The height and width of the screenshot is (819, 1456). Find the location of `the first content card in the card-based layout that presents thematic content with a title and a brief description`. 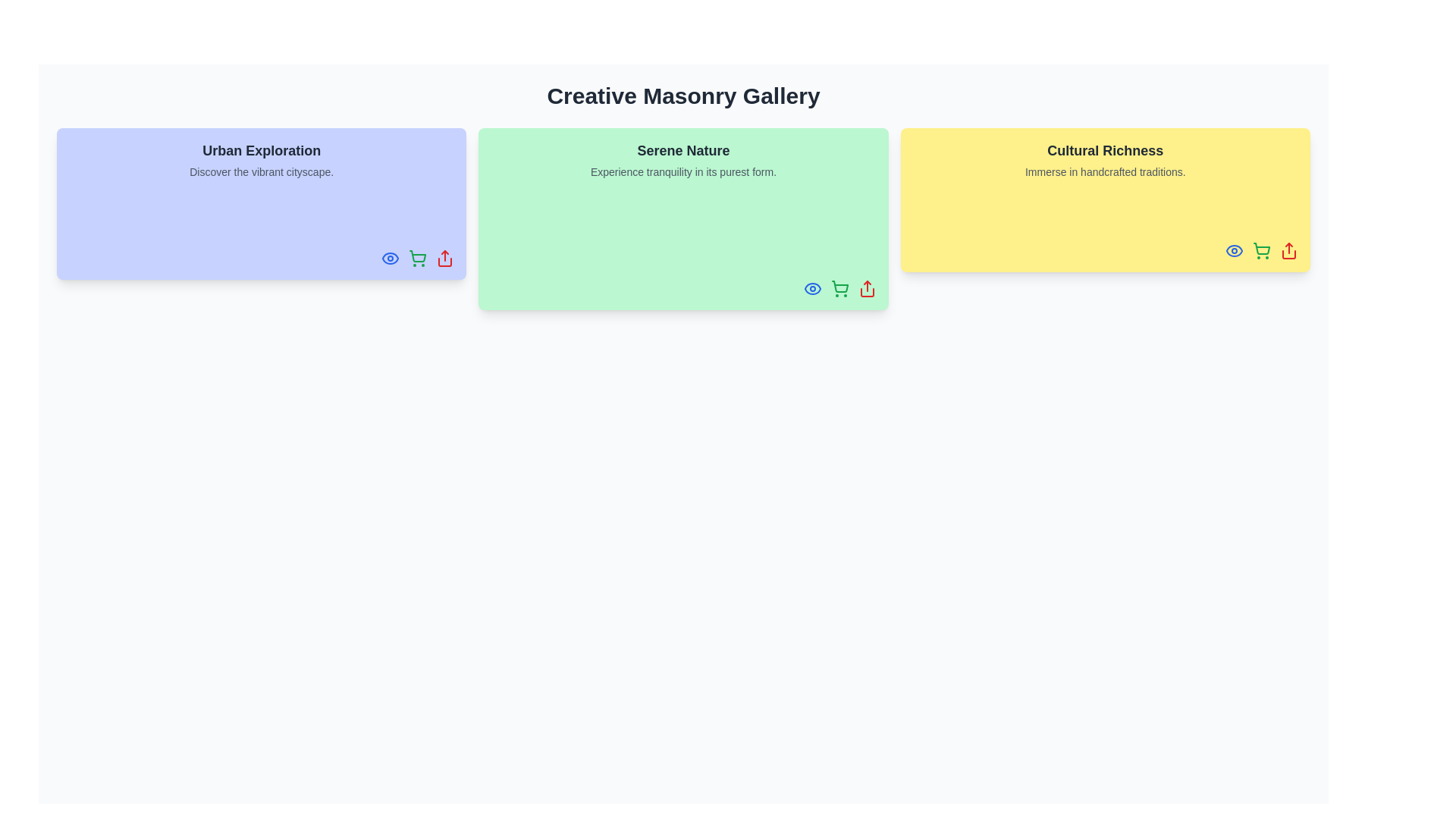

the first content card in the card-based layout that presents thematic content with a title and a brief description is located at coordinates (262, 160).